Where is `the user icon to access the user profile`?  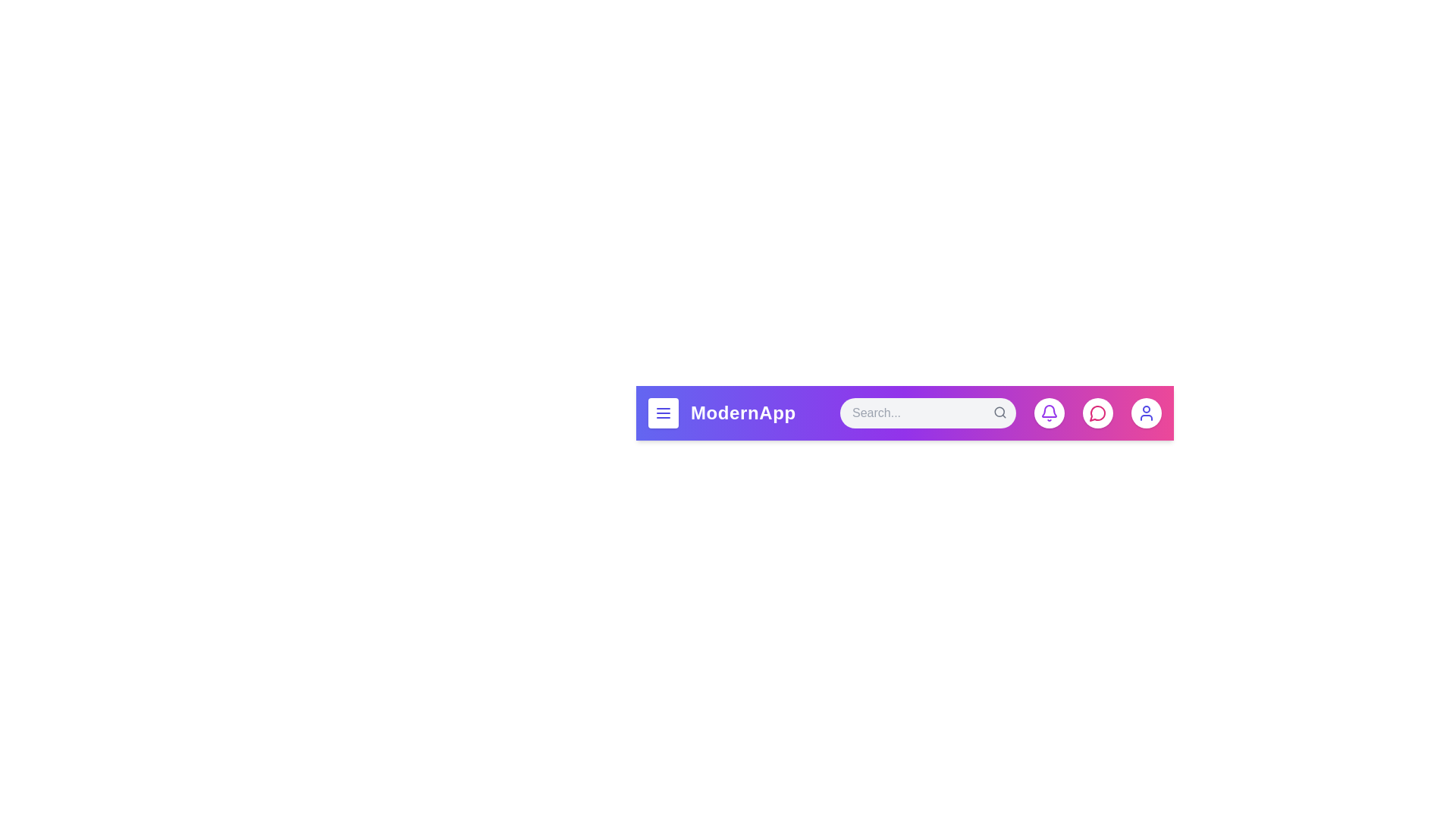 the user icon to access the user profile is located at coordinates (1147, 413).